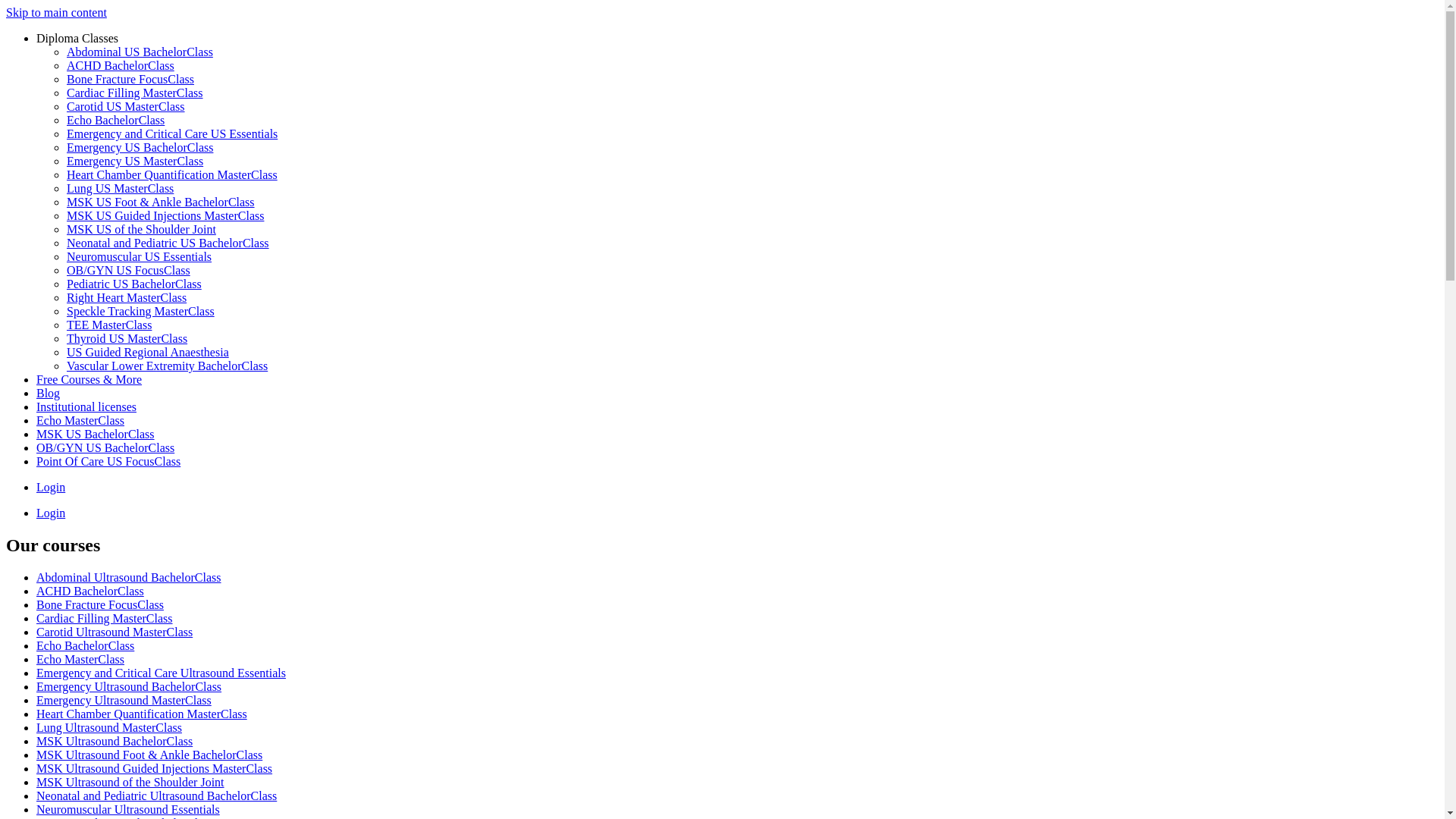 Image resolution: width=1456 pixels, height=819 pixels. Describe the element at coordinates (65, 119) in the screenshot. I see `'Echo BachelorClass'` at that location.